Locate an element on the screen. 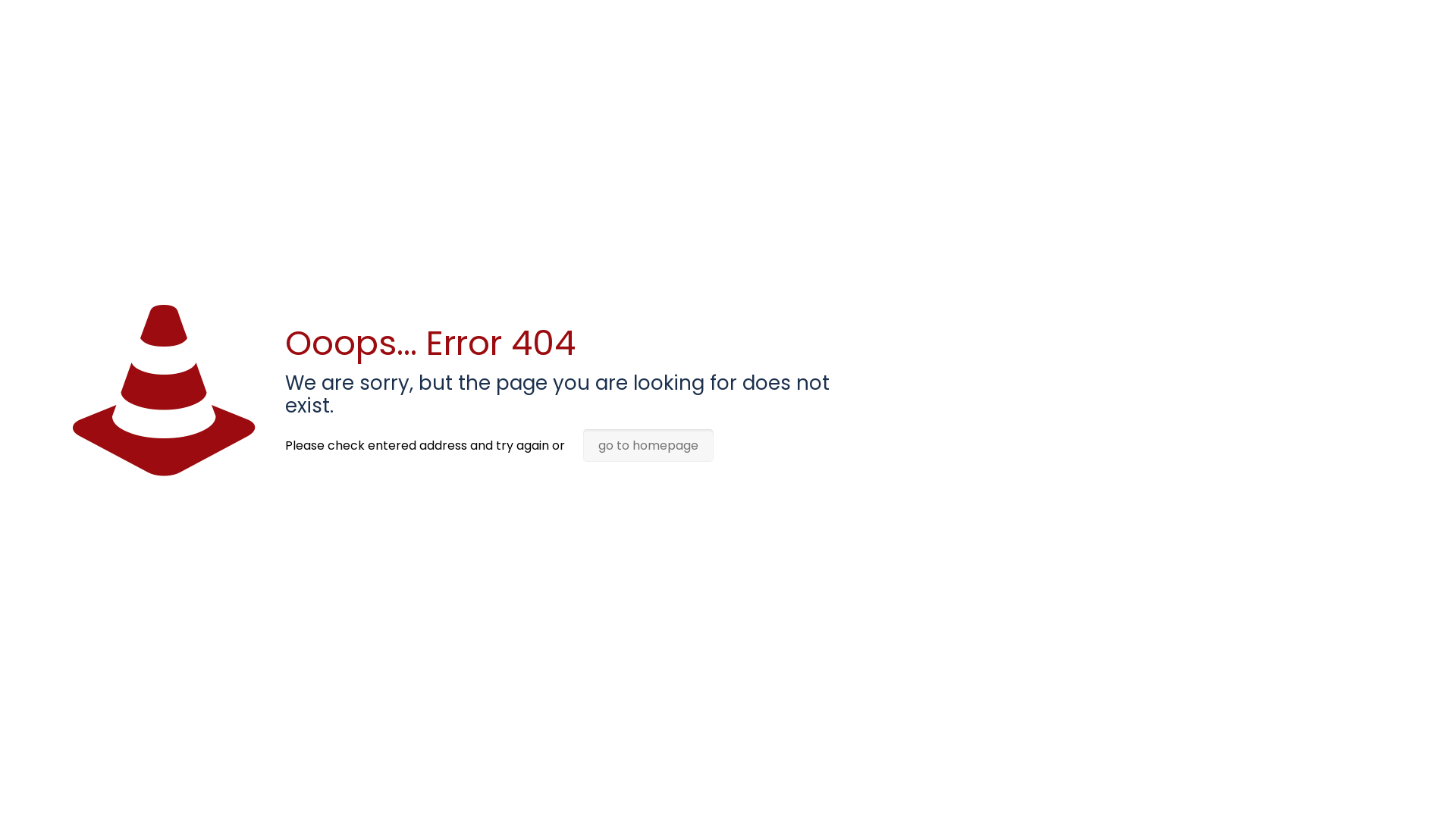 The width and height of the screenshot is (1456, 819). 'go to homepage' is located at coordinates (648, 444).